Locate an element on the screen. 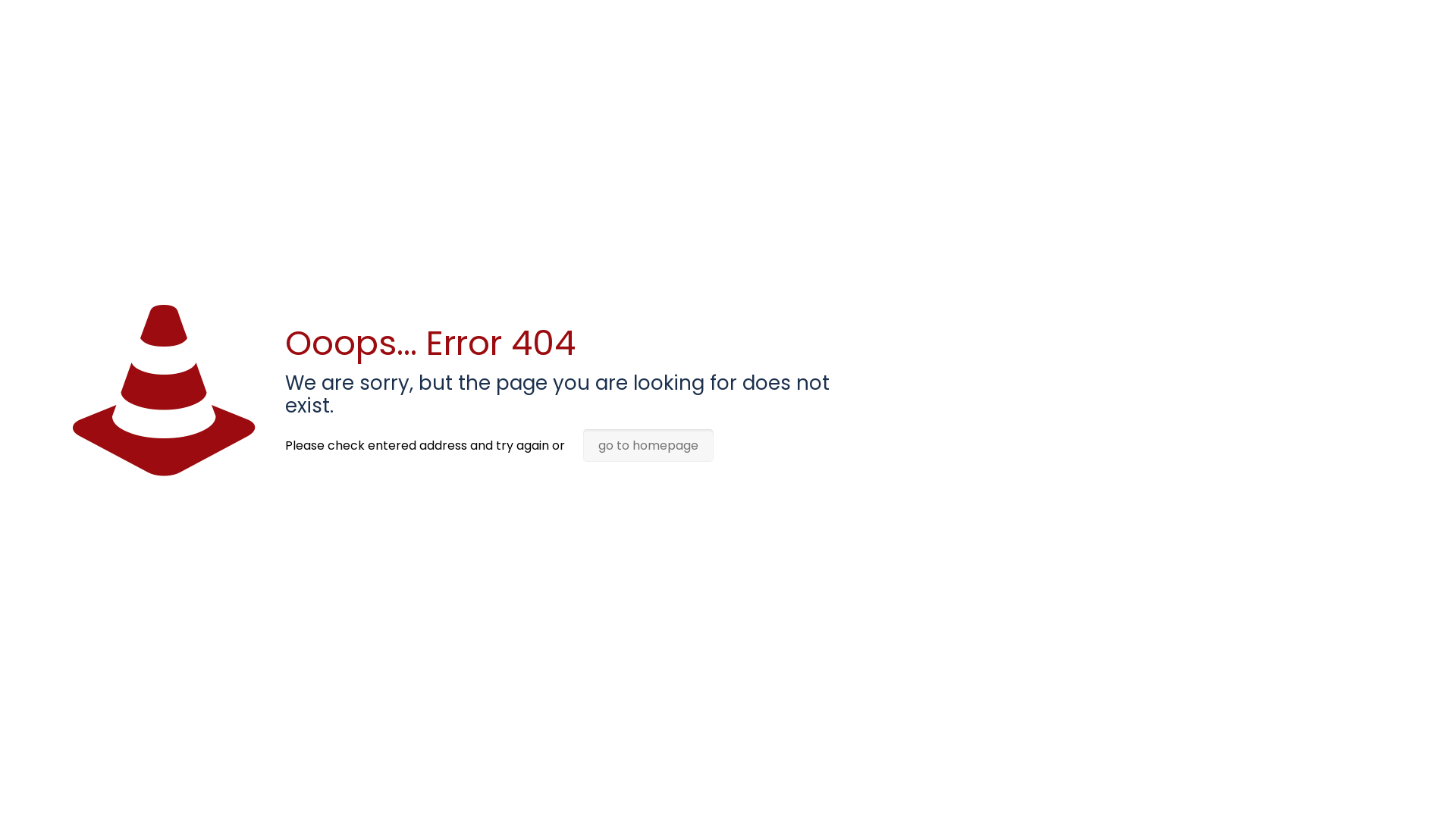 The width and height of the screenshot is (1456, 819). 'go to homepage' is located at coordinates (648, 444).